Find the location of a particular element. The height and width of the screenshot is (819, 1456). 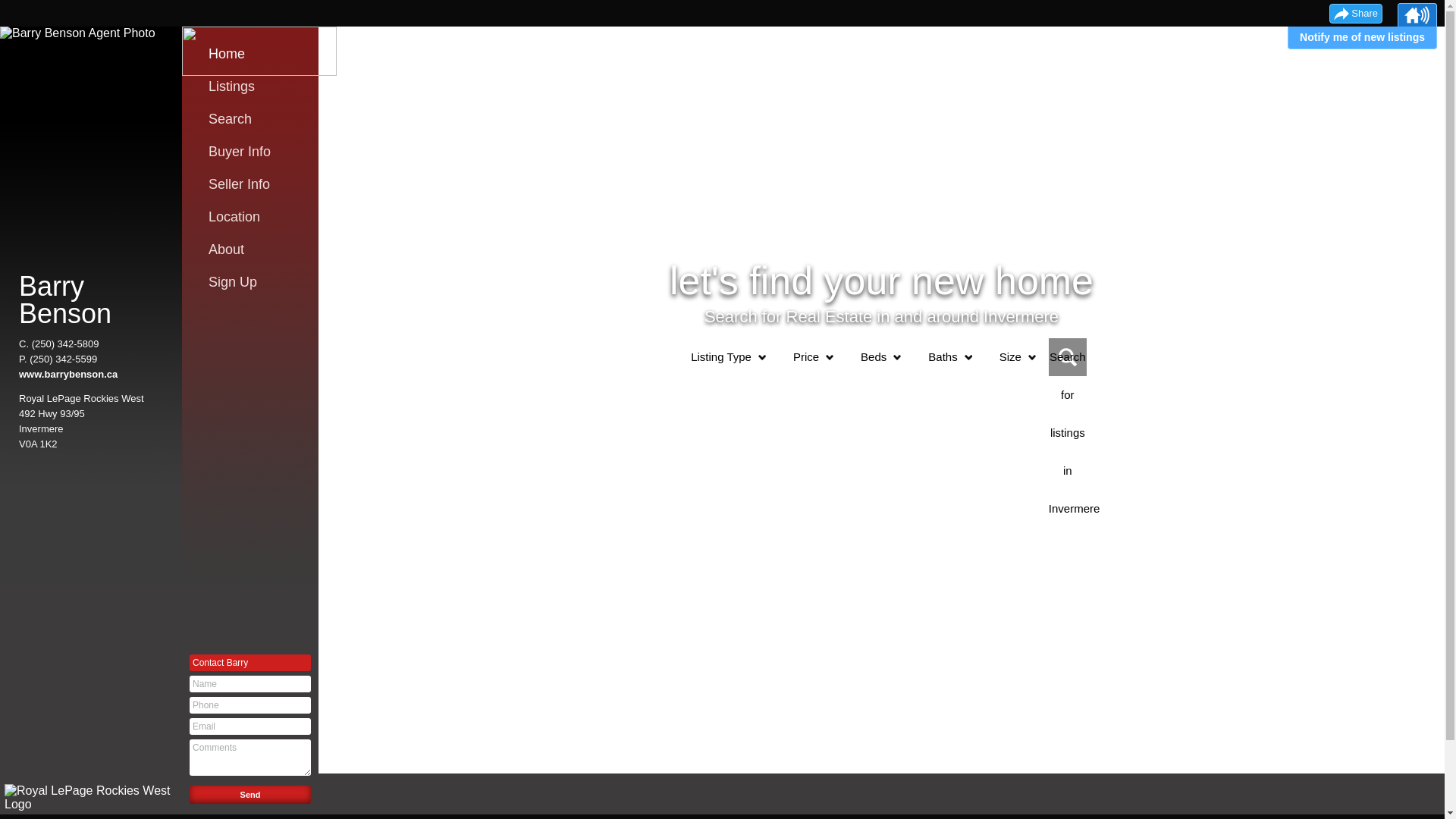

'Buyer Info' is located at coordinates (254, 152).